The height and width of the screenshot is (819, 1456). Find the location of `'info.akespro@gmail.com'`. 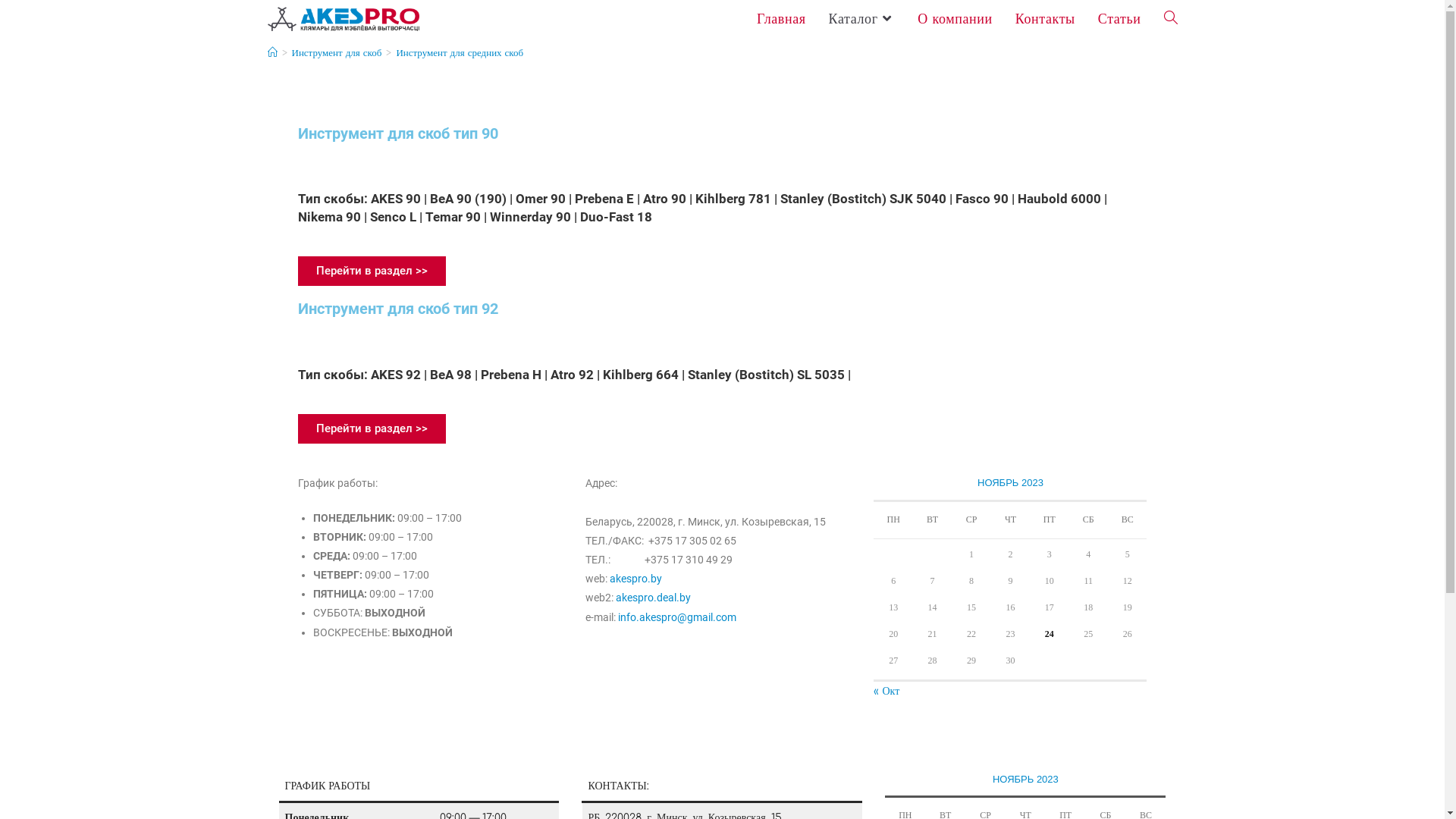

'info.akespro@gmail.com' is located at coordinates (676, 617).